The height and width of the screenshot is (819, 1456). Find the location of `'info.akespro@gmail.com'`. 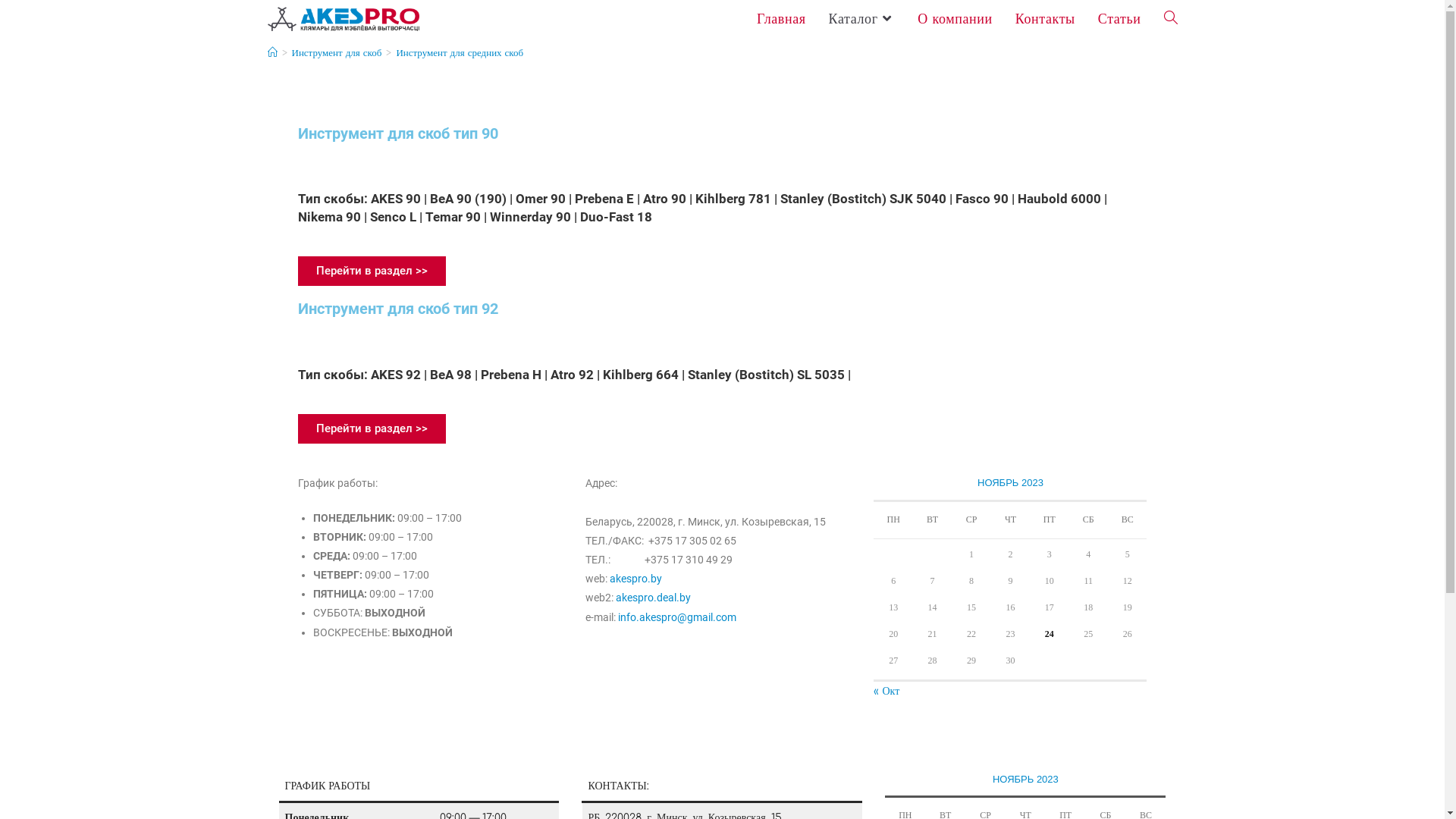

'info.akespro@gmail.com' is located at coordinates (676, 617).